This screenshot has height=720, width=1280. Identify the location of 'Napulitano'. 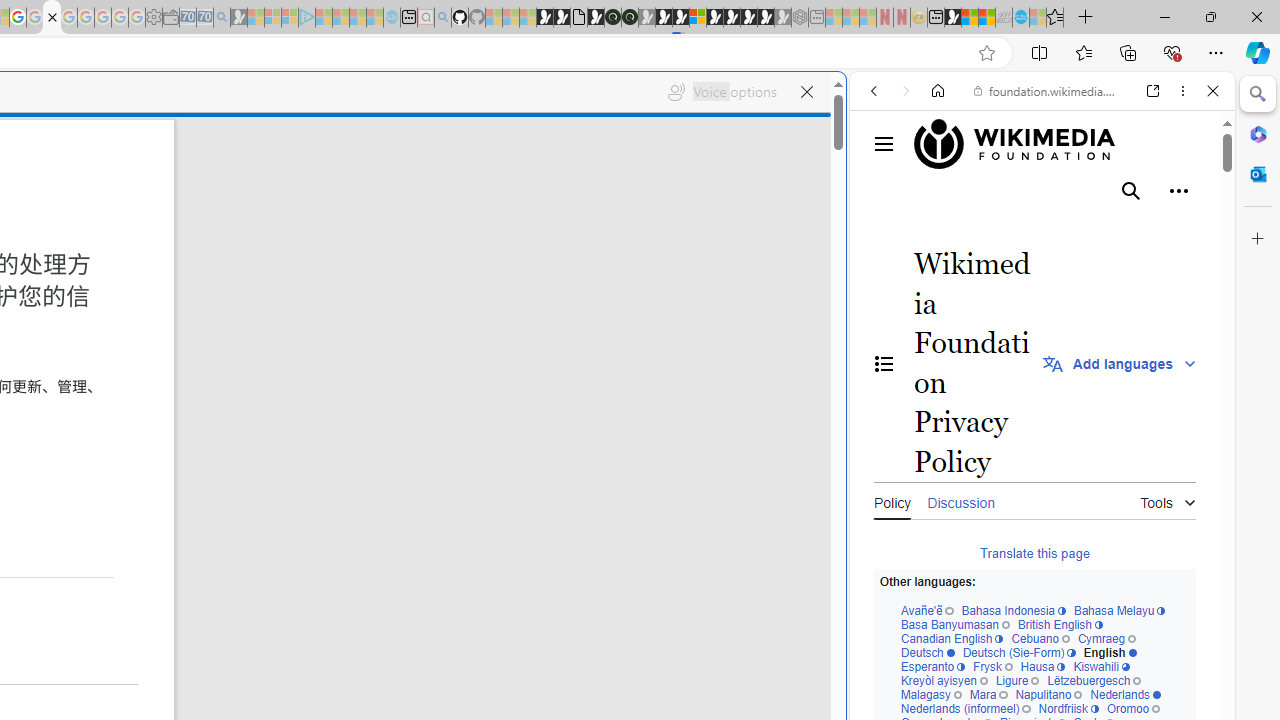
(1047, 694).